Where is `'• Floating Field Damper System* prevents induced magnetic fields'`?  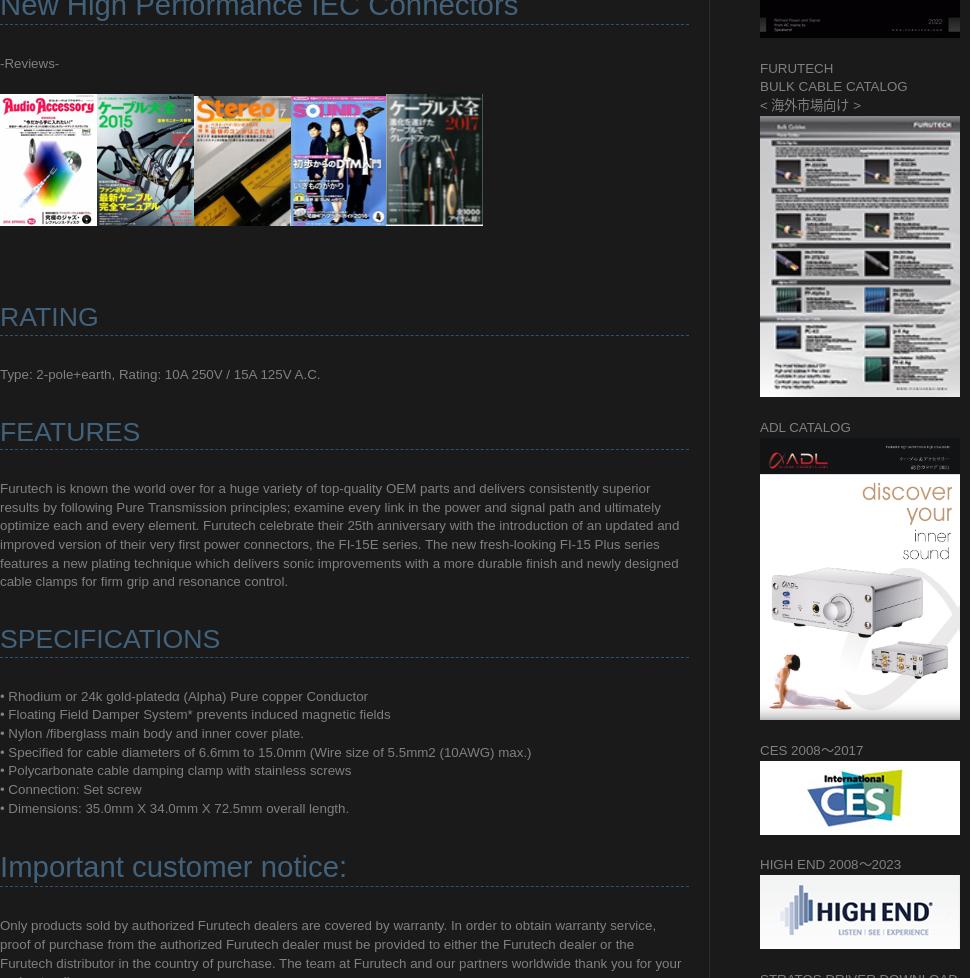
'• Floating Field Damper System* prevents induced magnetic fields' is located at coordinates (0, 714).